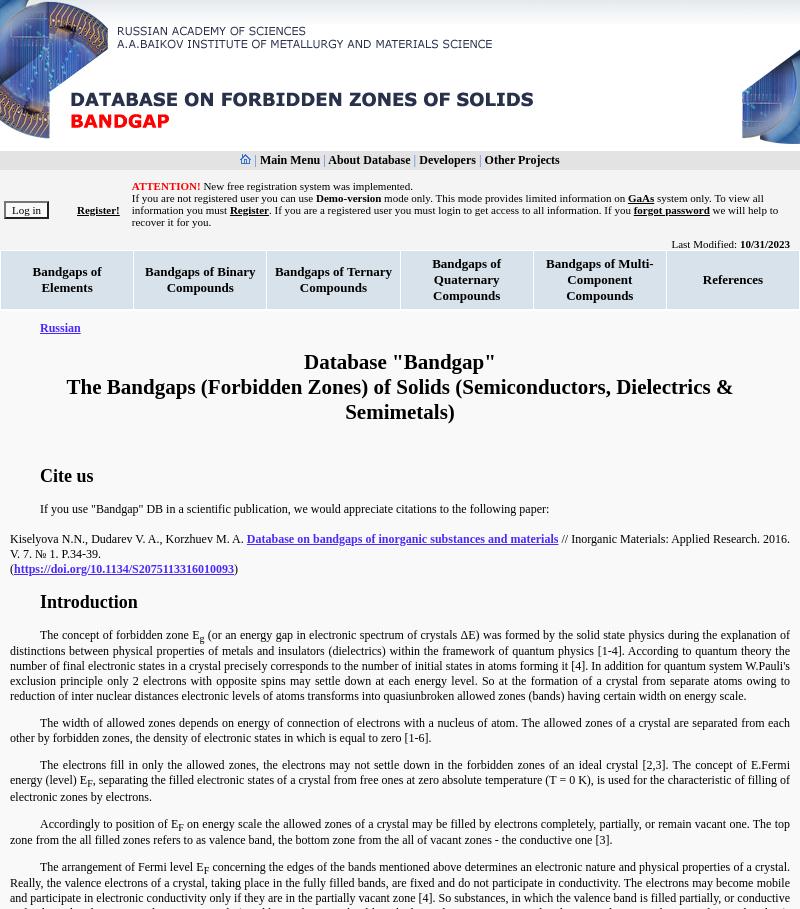 This screenshot has width=800, height=909. Describe the element at coordinates (130, 197) in the screenshot. I see `'If you are not registered user you can use'` at that location.